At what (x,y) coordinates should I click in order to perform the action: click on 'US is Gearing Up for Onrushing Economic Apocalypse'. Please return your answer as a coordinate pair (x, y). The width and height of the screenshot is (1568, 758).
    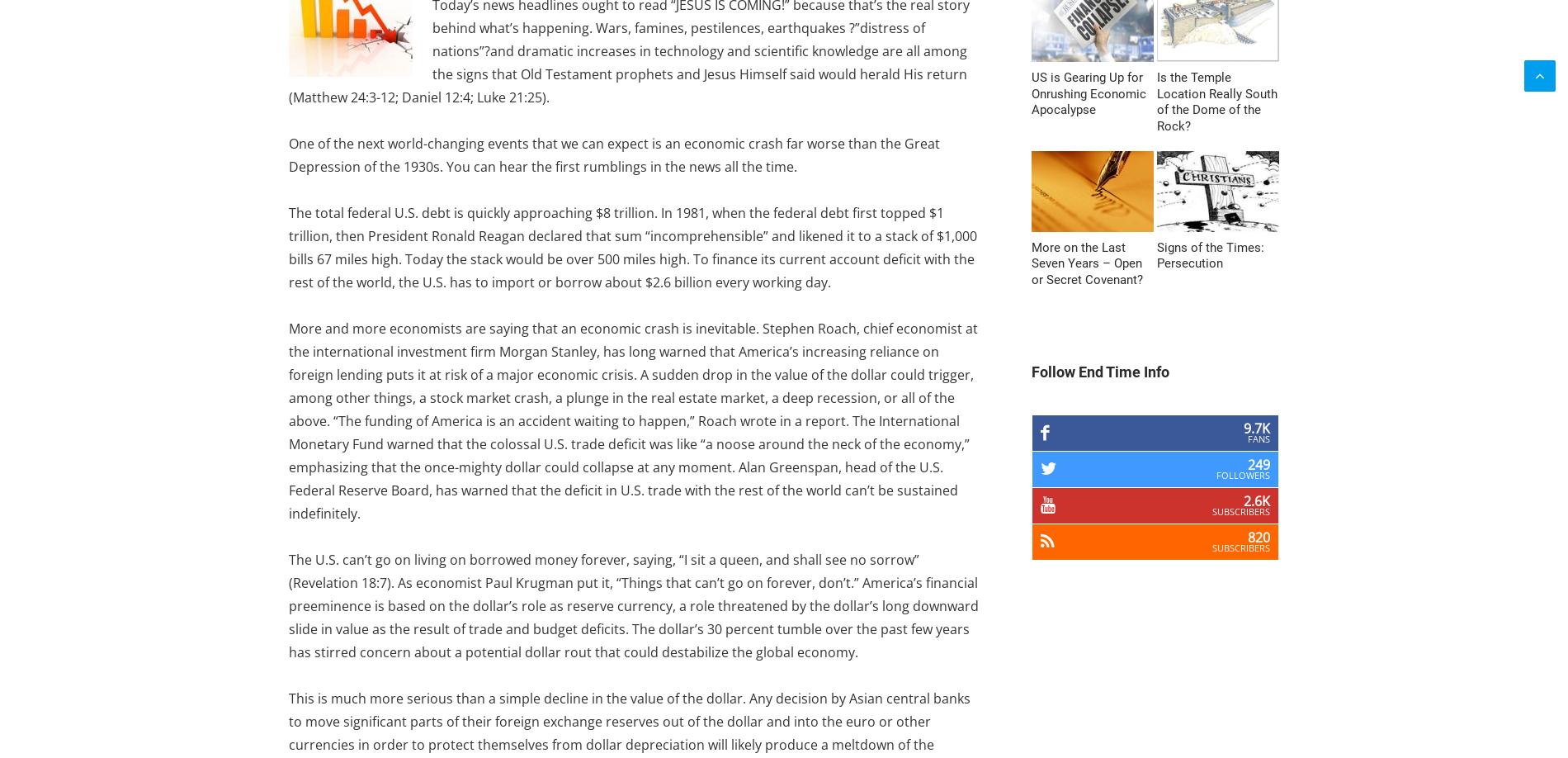
    Looking at the image, I should click on (1088, 92).